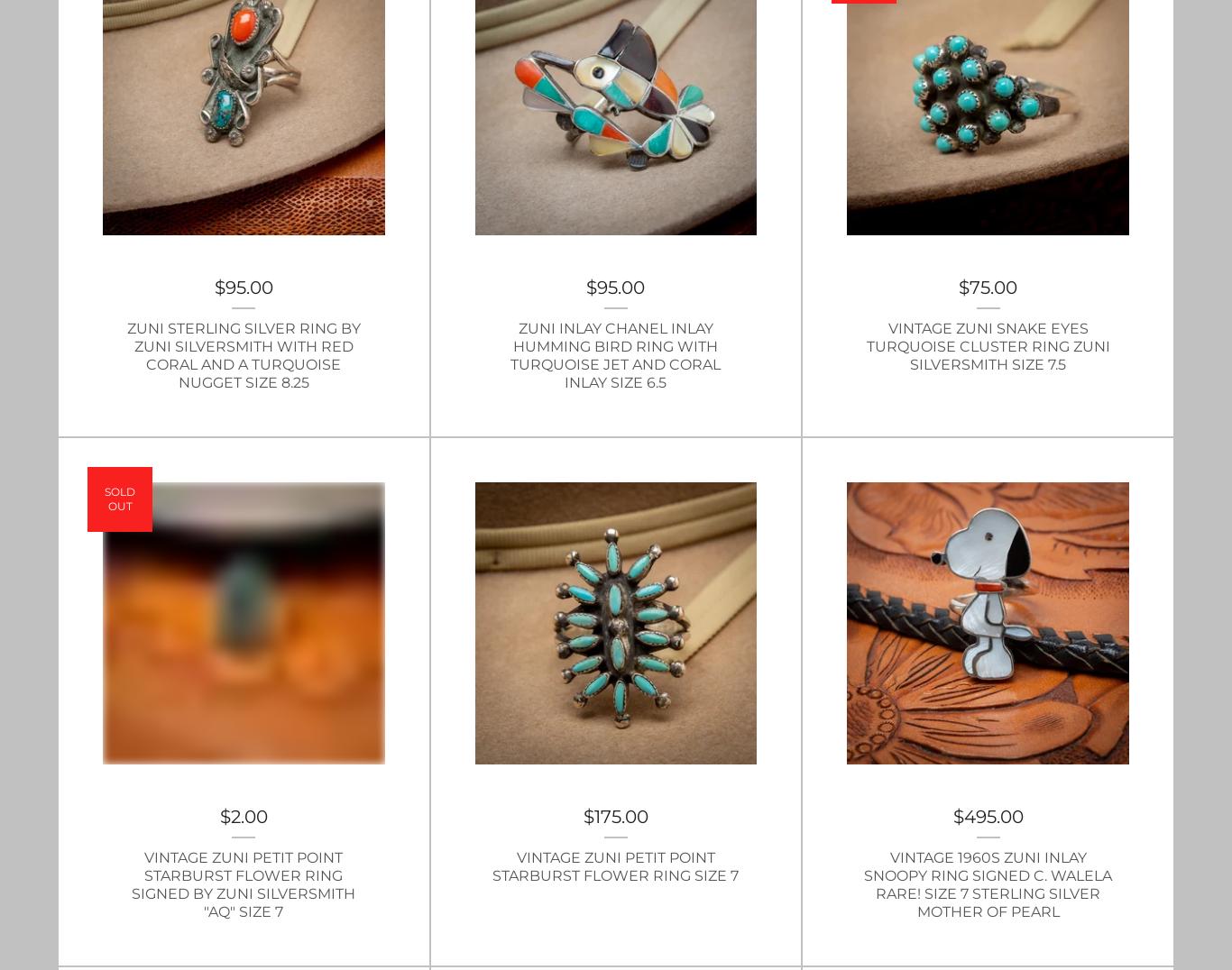  I want to click on '75.00', so click(992, 288).